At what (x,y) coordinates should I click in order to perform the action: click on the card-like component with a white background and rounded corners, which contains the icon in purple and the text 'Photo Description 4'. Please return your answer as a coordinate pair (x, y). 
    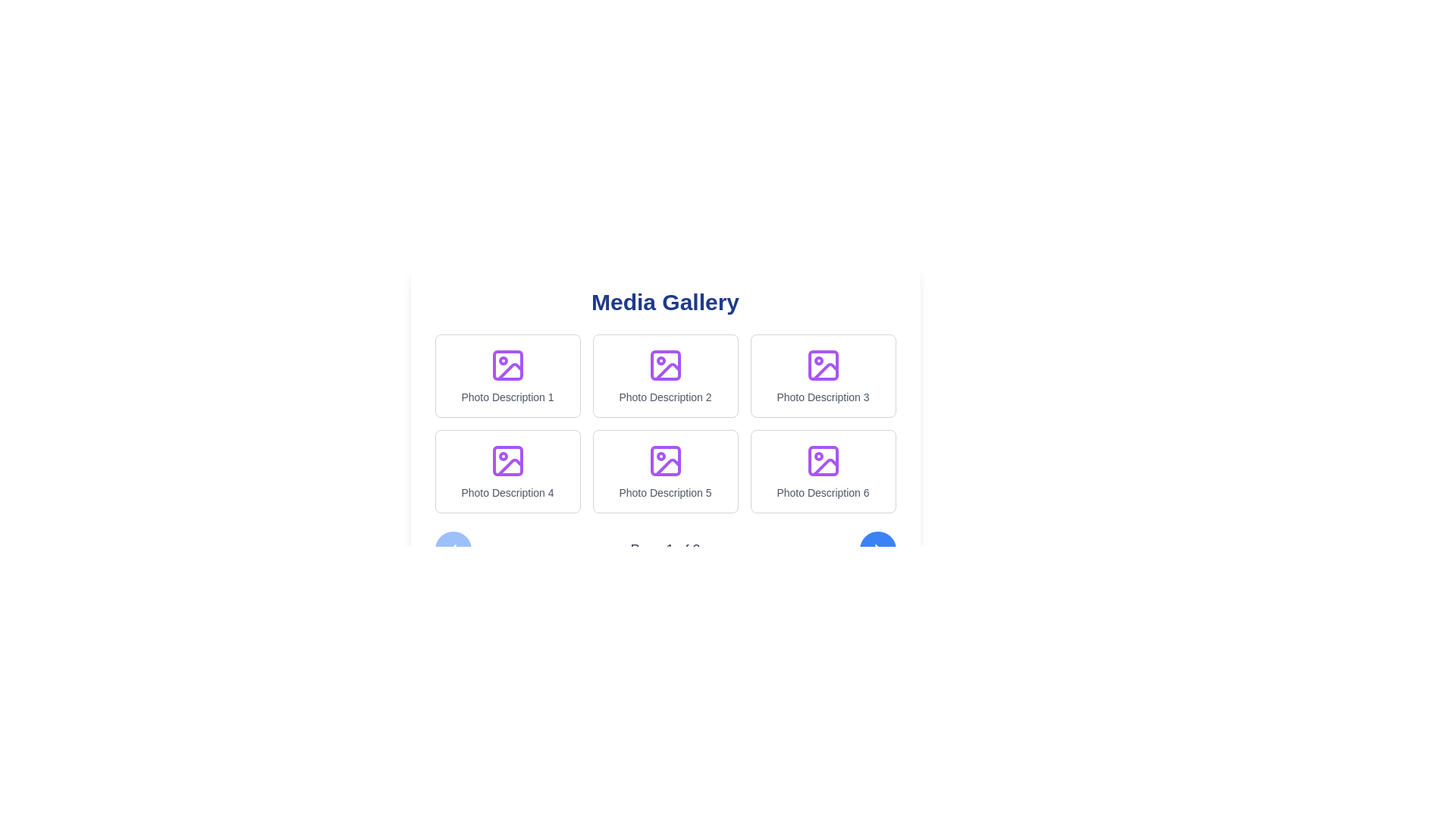
    Looking at the image, I should click on (507, 470).